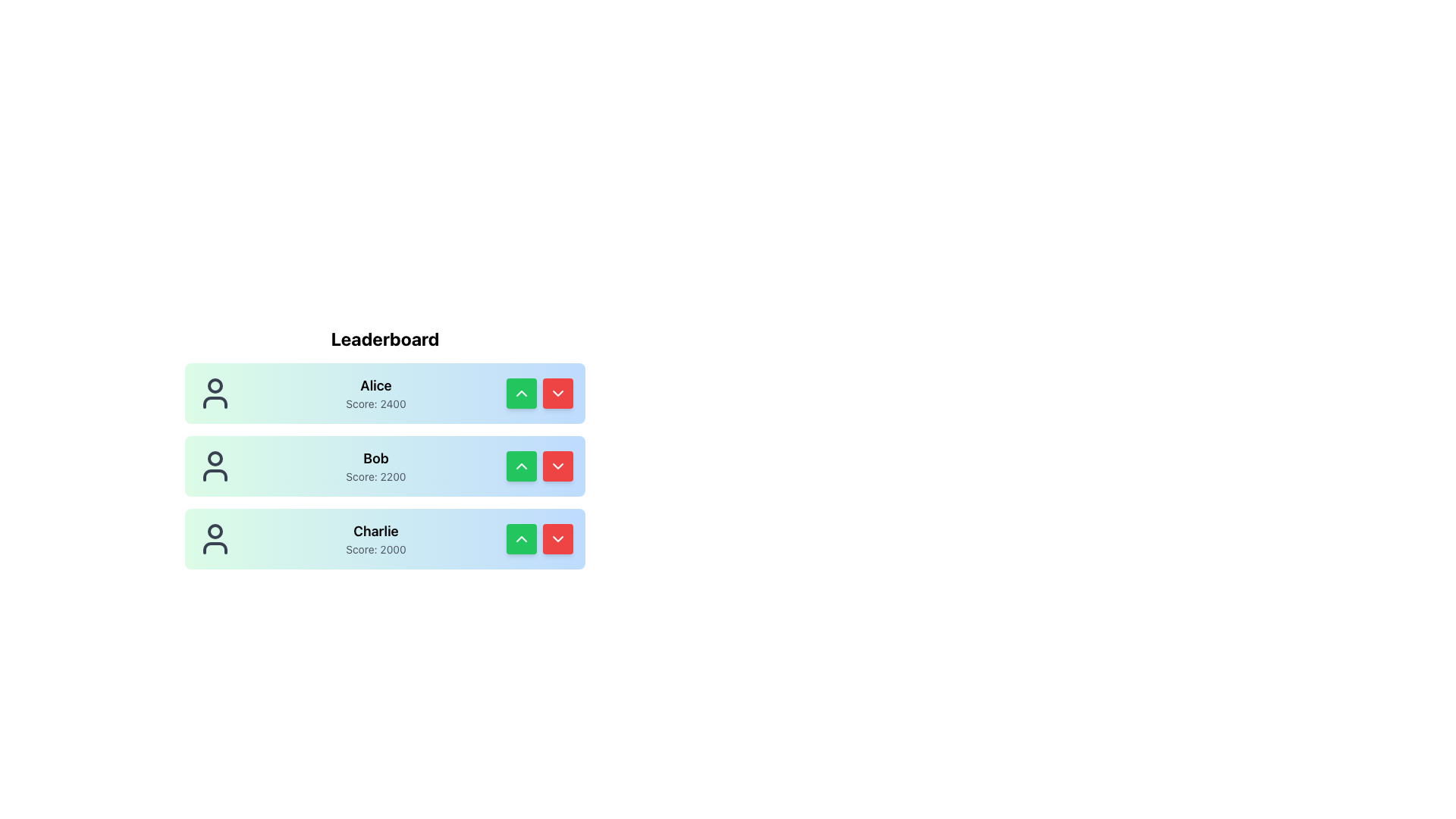  What do you see at coordinates (375, 531) in the screenshot?
I see `the text label displaying the name 'Charlie' within the leaderboard interface, which is centered above the score label 'Score: 2000'` at bounding box center [375, 531].